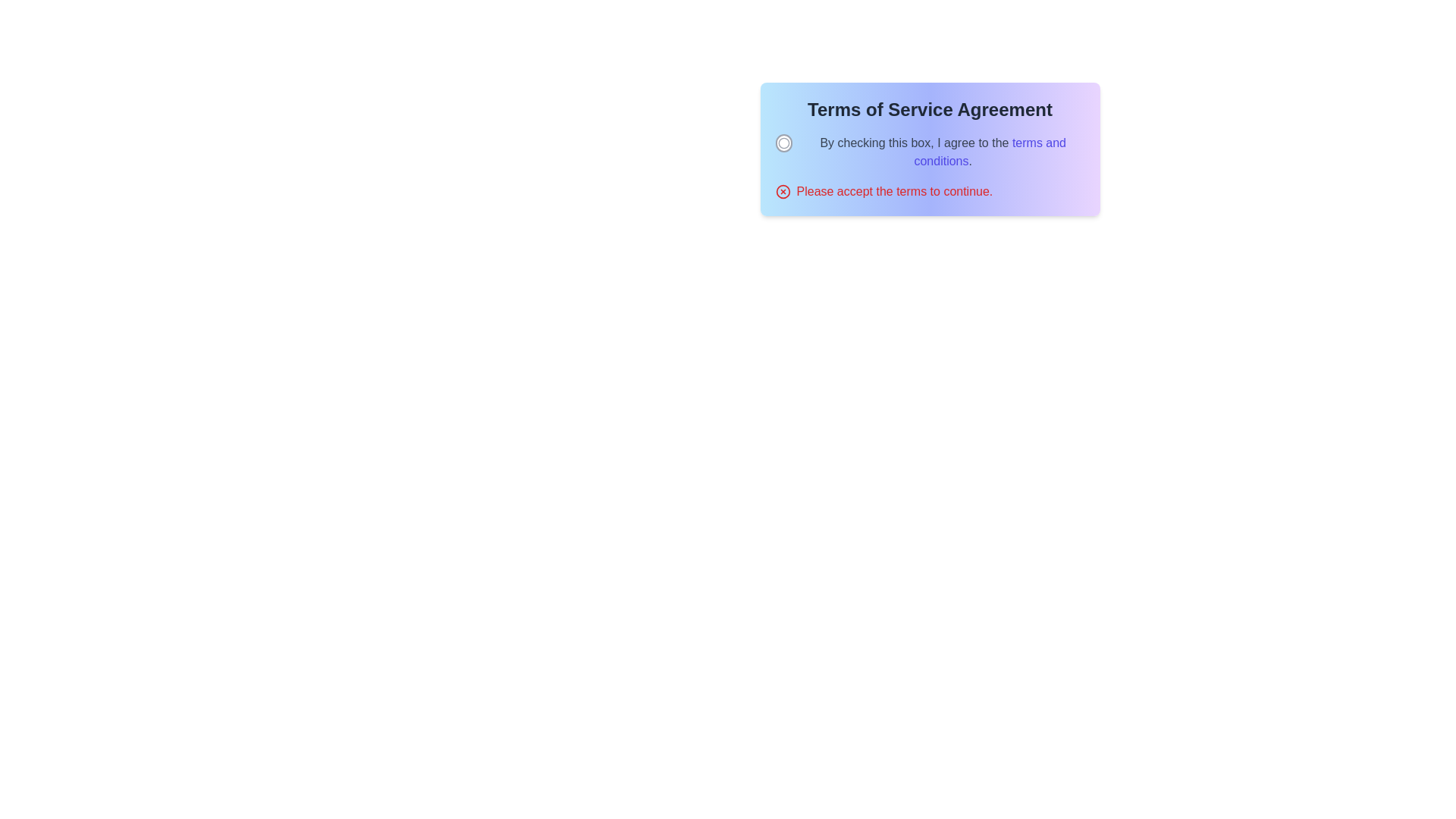  Describe the element at coordinates (783, 143) in the screenshot. I see `the circle icon element that is part of an SVG, styled with a neutral gray color and moderate stroke width, located within a modal component` at that location.